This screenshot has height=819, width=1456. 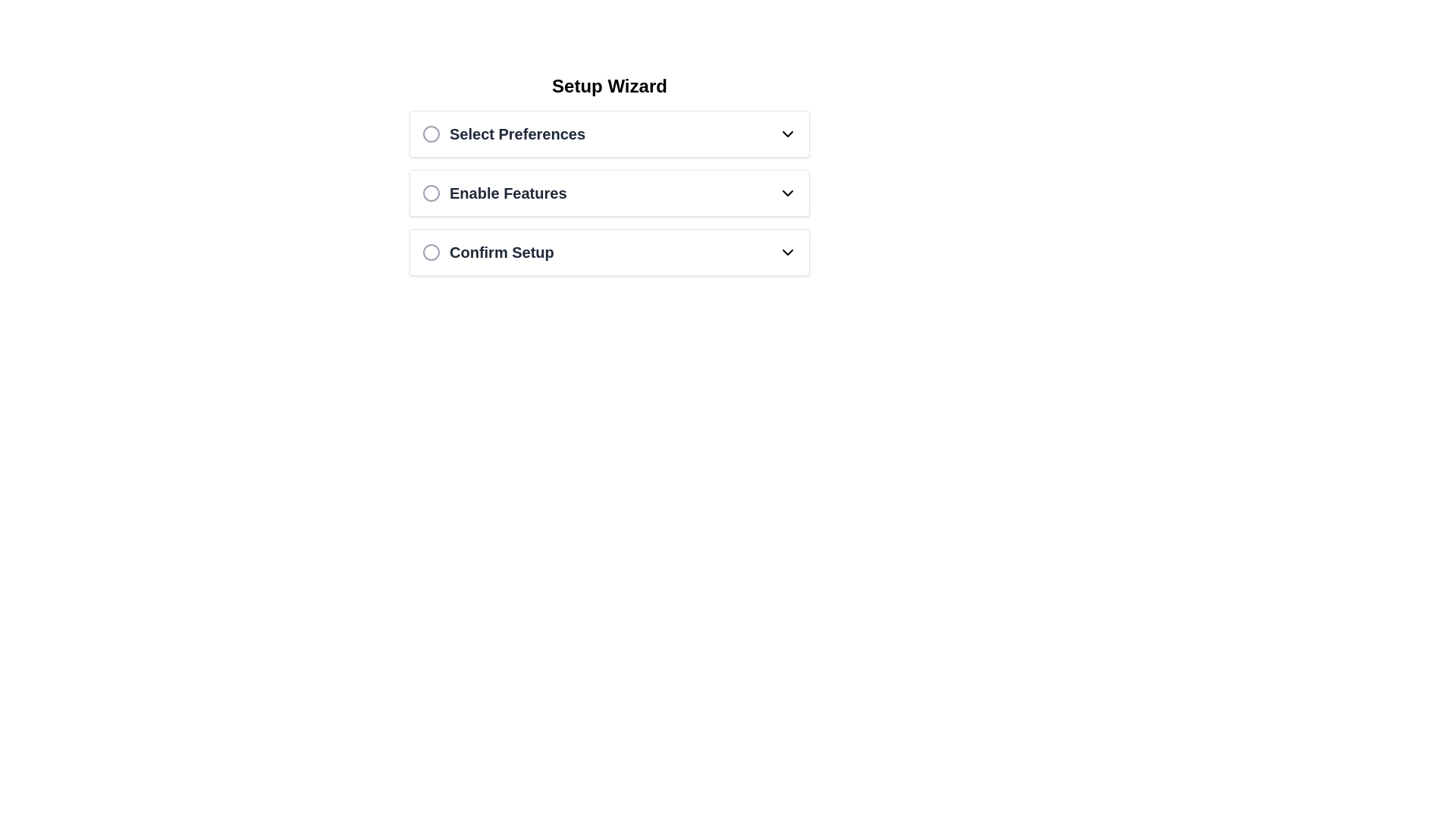 What do you see at coordinates (610, 251) in the screenshot?
I see `the radio button in the third interactive list item of the setup wizard` at bounding box center [610, 251].